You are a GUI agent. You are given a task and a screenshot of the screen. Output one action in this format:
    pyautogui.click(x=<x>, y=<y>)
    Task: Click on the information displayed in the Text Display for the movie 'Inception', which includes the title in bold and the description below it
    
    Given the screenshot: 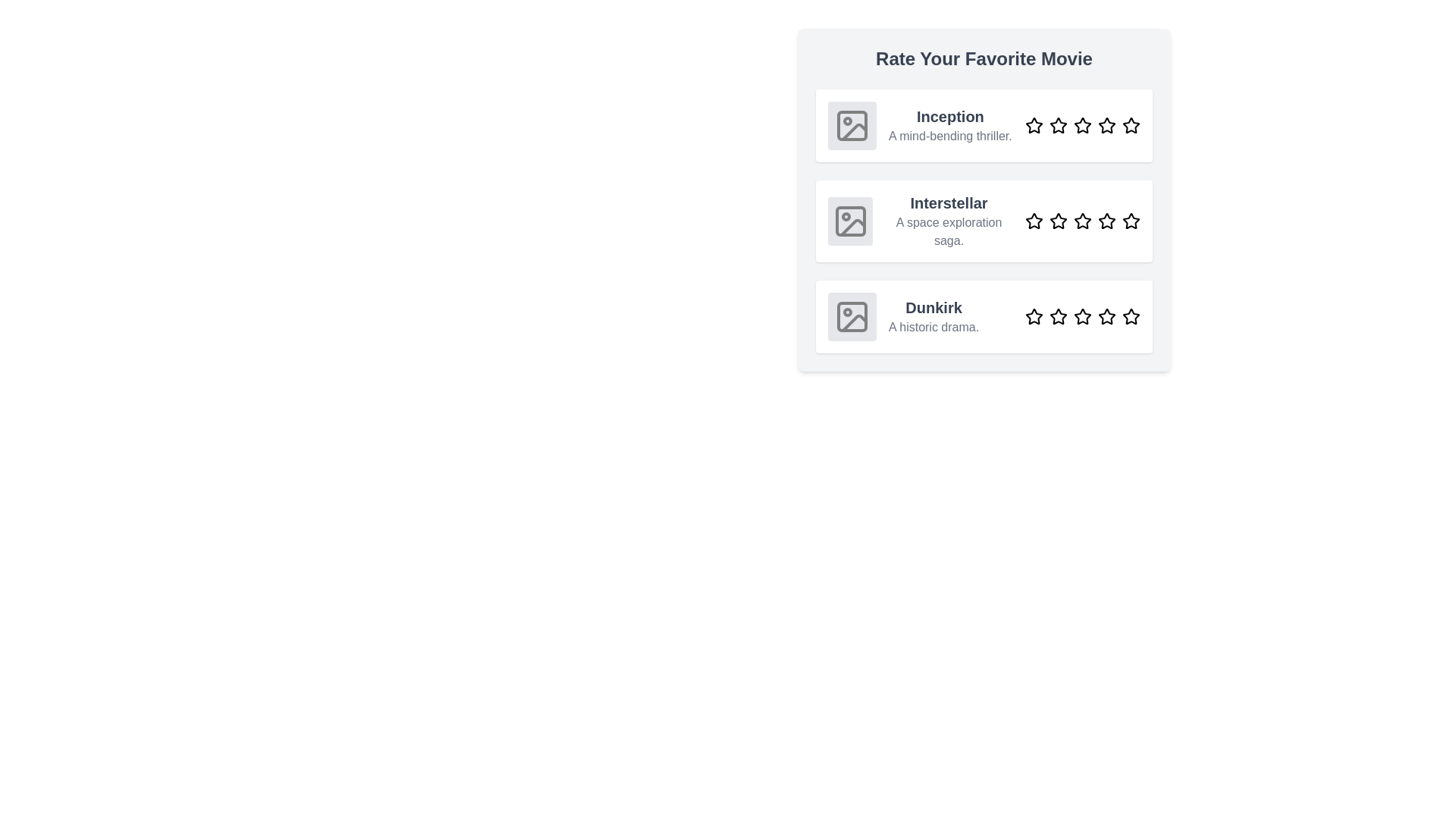 What is the action you would take?
    pyautogui.click(x=949, y=124)
    